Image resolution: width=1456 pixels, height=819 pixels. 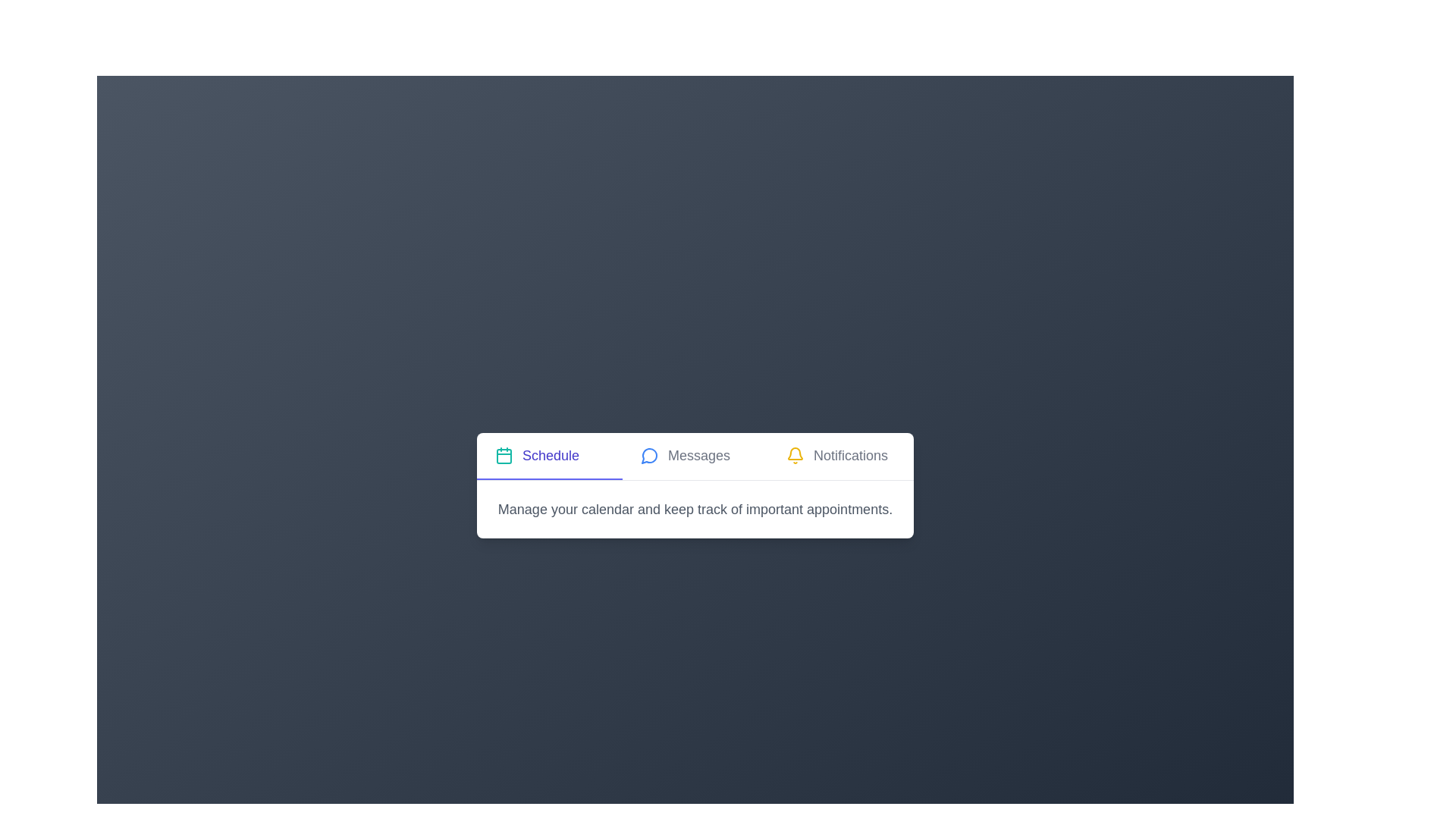 What do you see at coordinates (548, 455) in the screenshot?
I see `the Schedule tab` at bounding box center [548, 455].